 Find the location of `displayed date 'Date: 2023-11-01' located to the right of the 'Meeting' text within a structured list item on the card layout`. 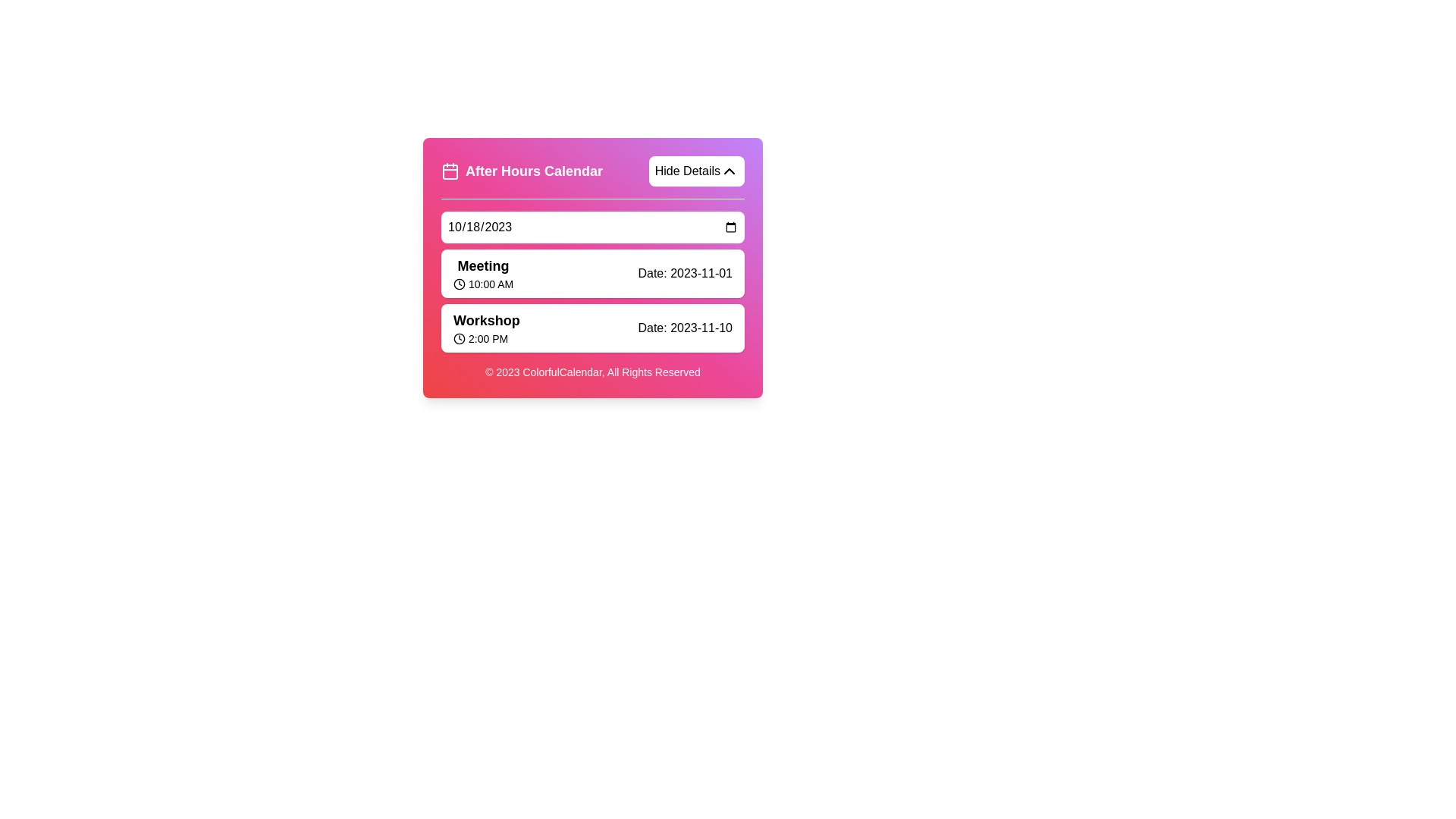

displayed date 'Date: 2023-11-01' located to the right of the 'Meeting' text within a structured list item on the card layout is located at coordinates (684, 274).